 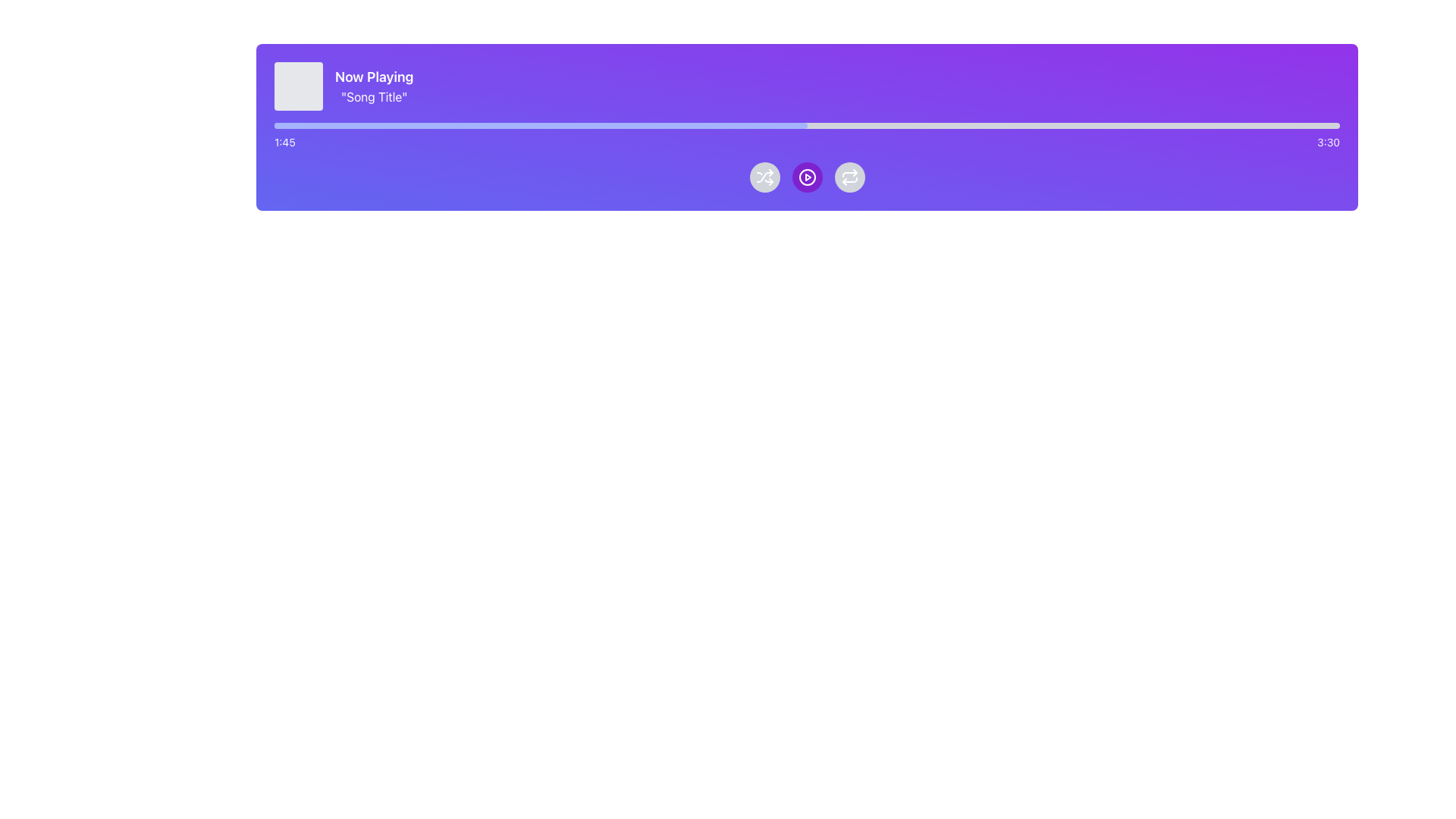 I want to click on playback progress, so click(x=530, y=124).